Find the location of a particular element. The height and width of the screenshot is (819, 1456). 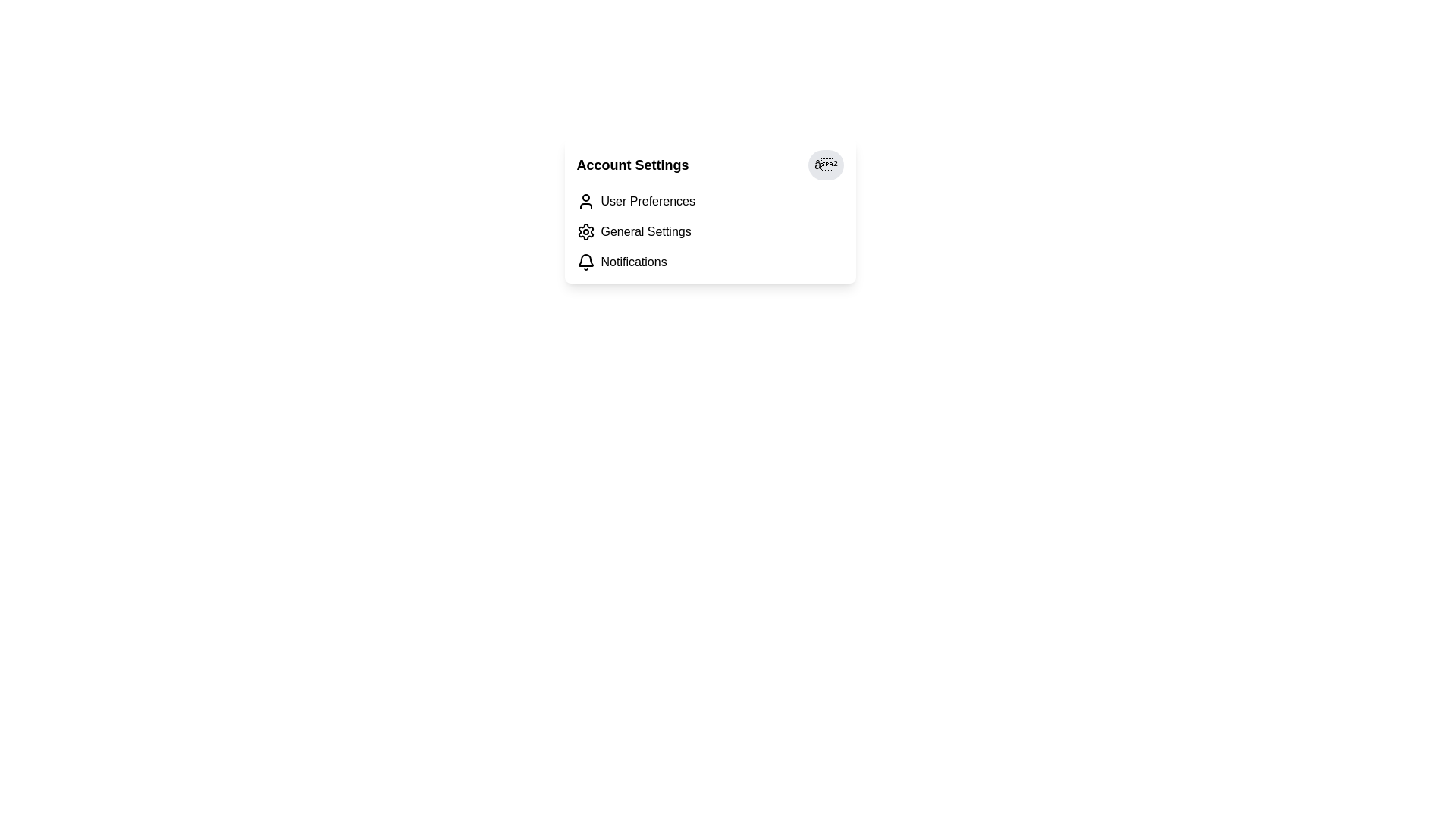

the settings icon located to the left of 'General Settings' for additional information is located at coordinates (585, 231).